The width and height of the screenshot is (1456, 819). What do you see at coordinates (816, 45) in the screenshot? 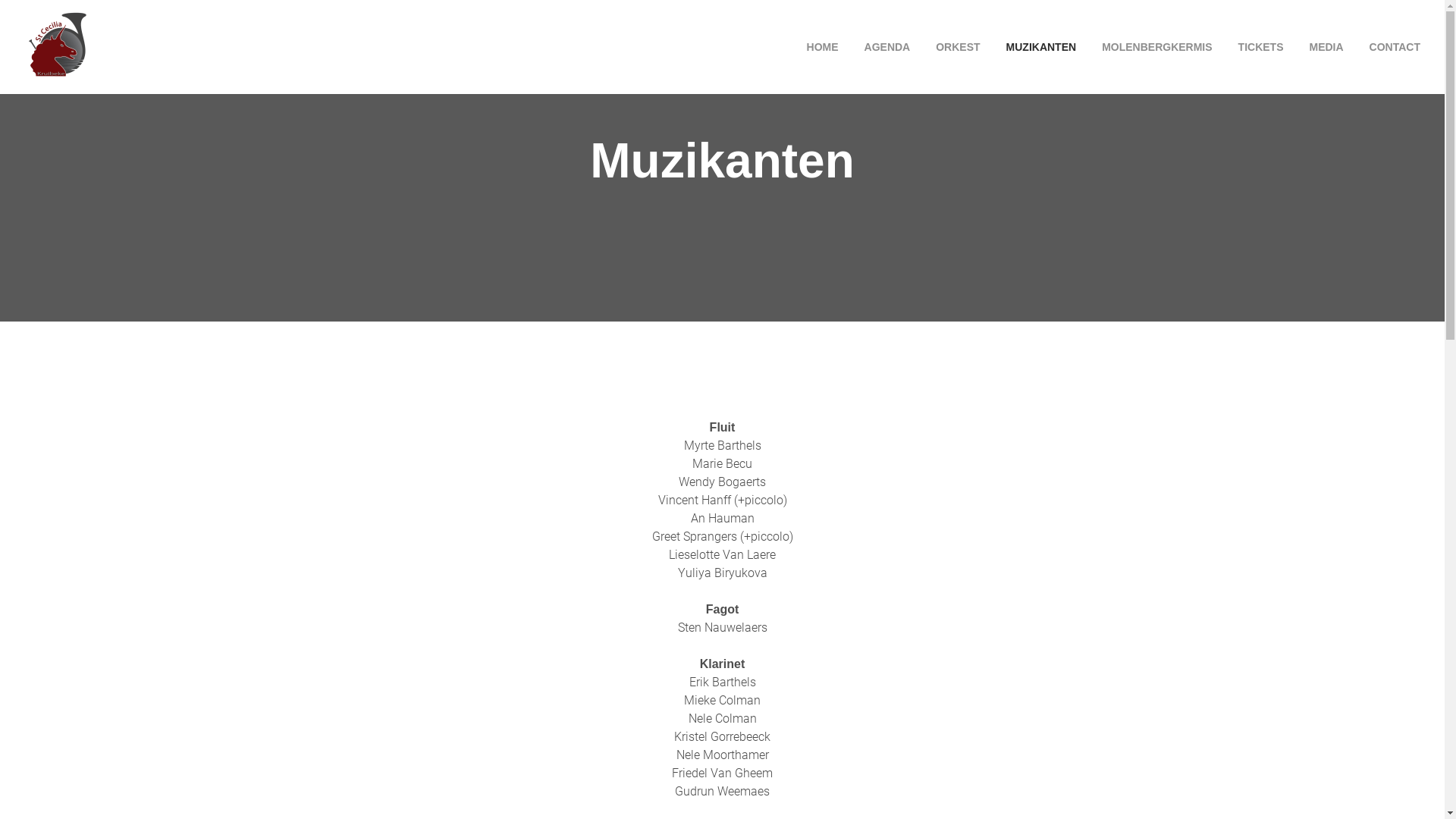
I see `'HOME'` at bounding box center [816, 45].